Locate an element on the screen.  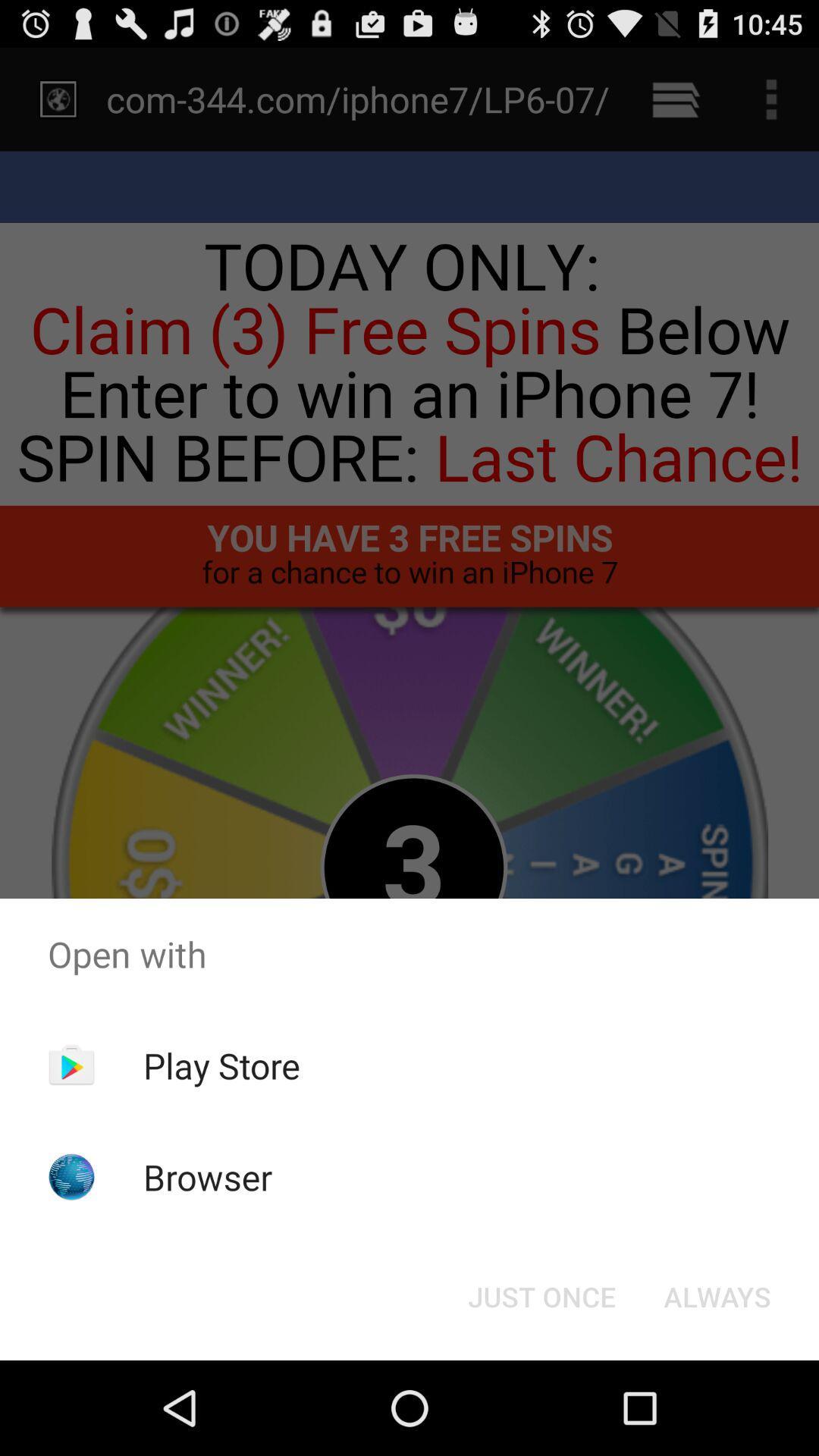
the always item is located at coordinates (717, 1295).